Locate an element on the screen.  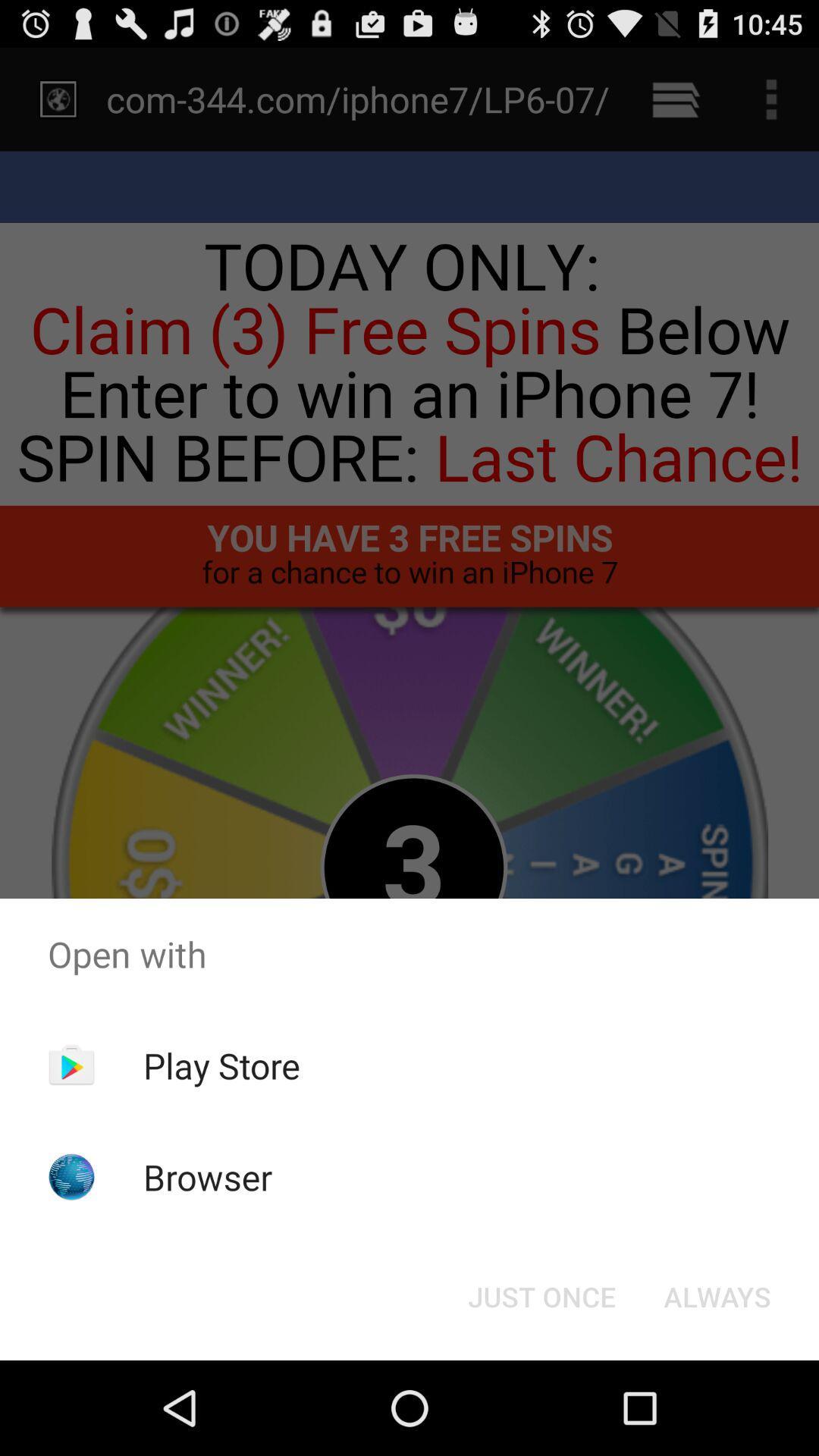
the always item is located at coordinates (717, 1295).